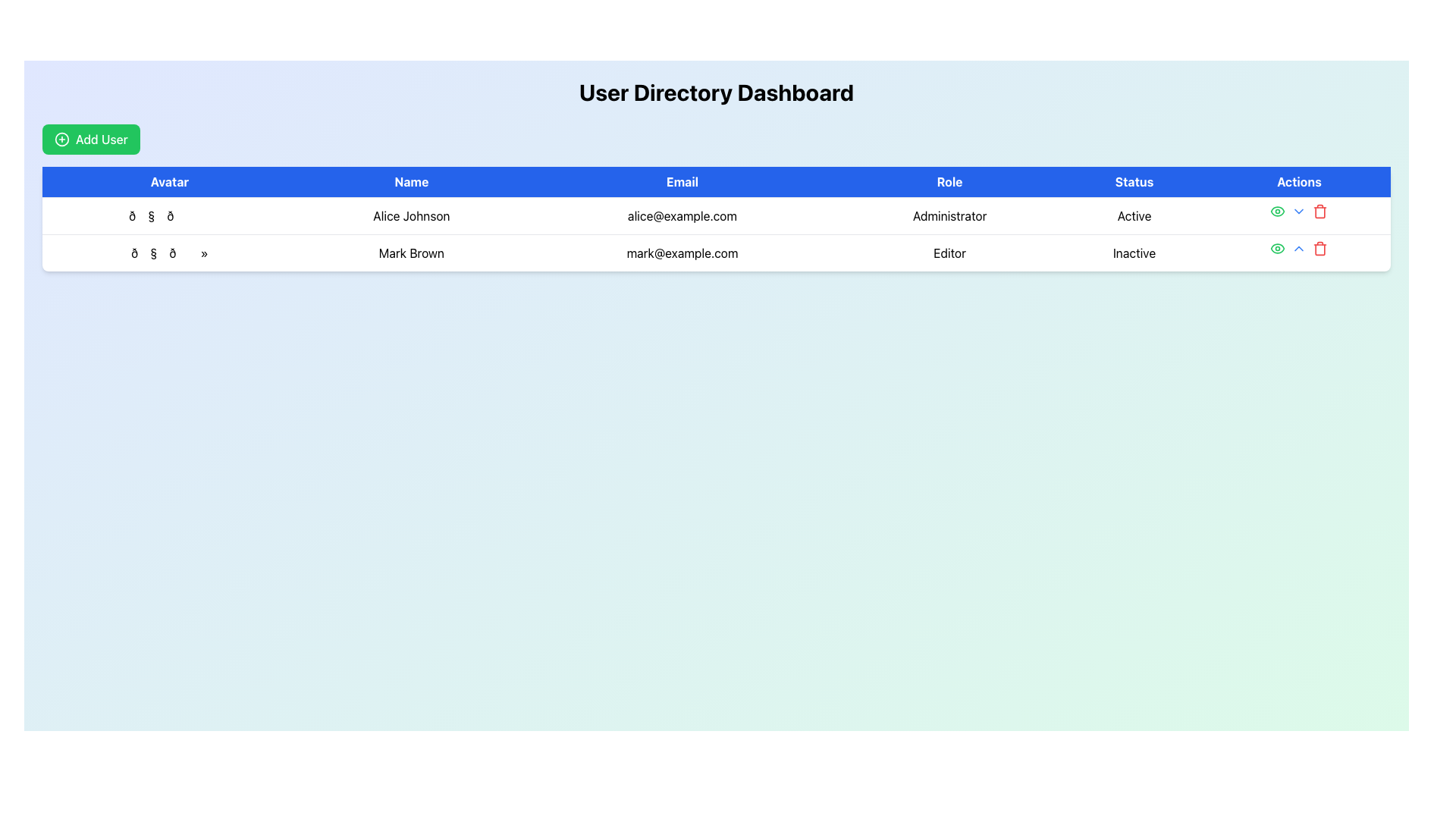  I want to click on the 'Add User' button located in the top-left section of the interface, so click(90, 140).